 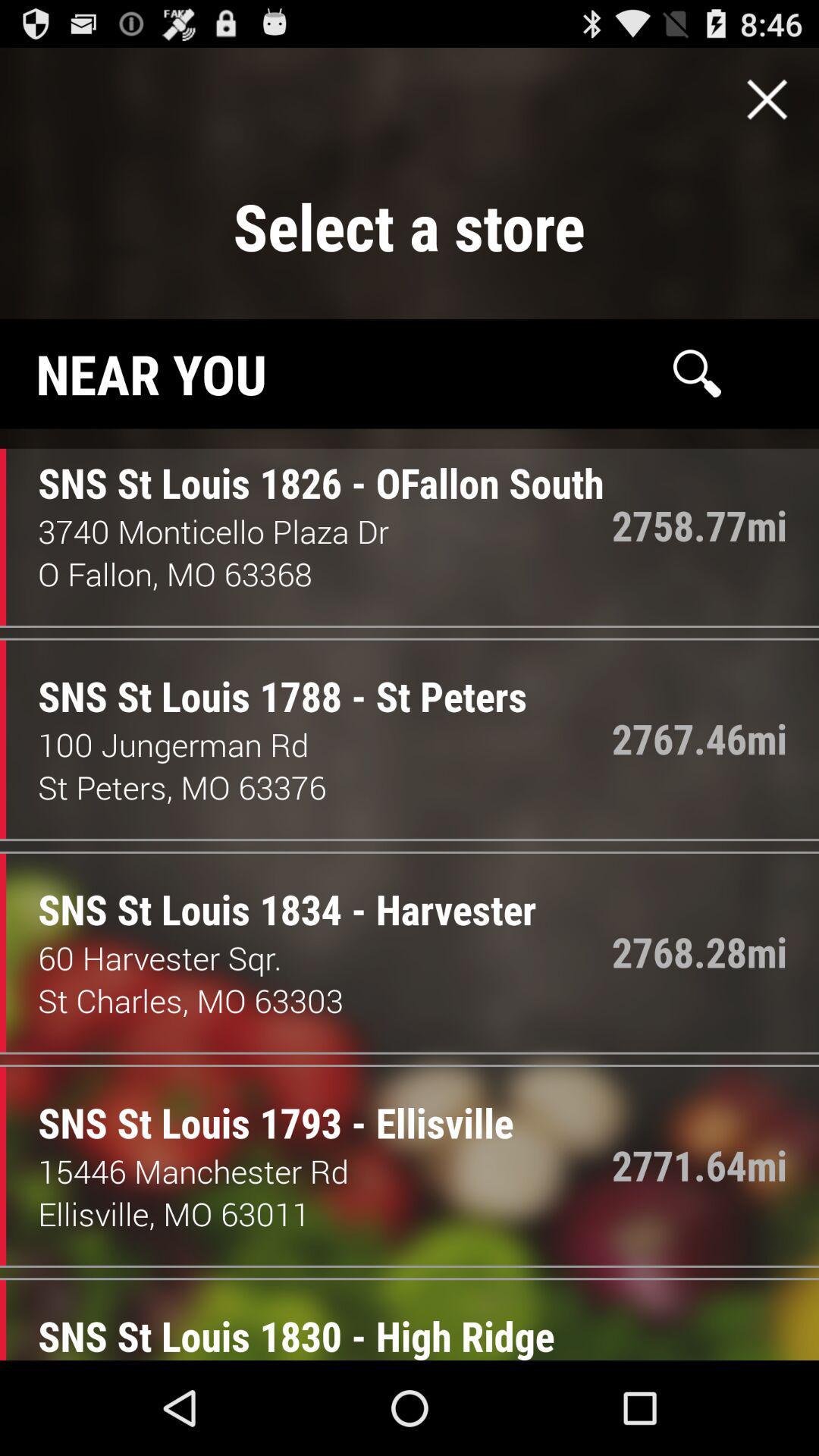 What do you see at coordinates (697, 373) in the screenshot?
I see `serce` at bounding box center [697, 373].